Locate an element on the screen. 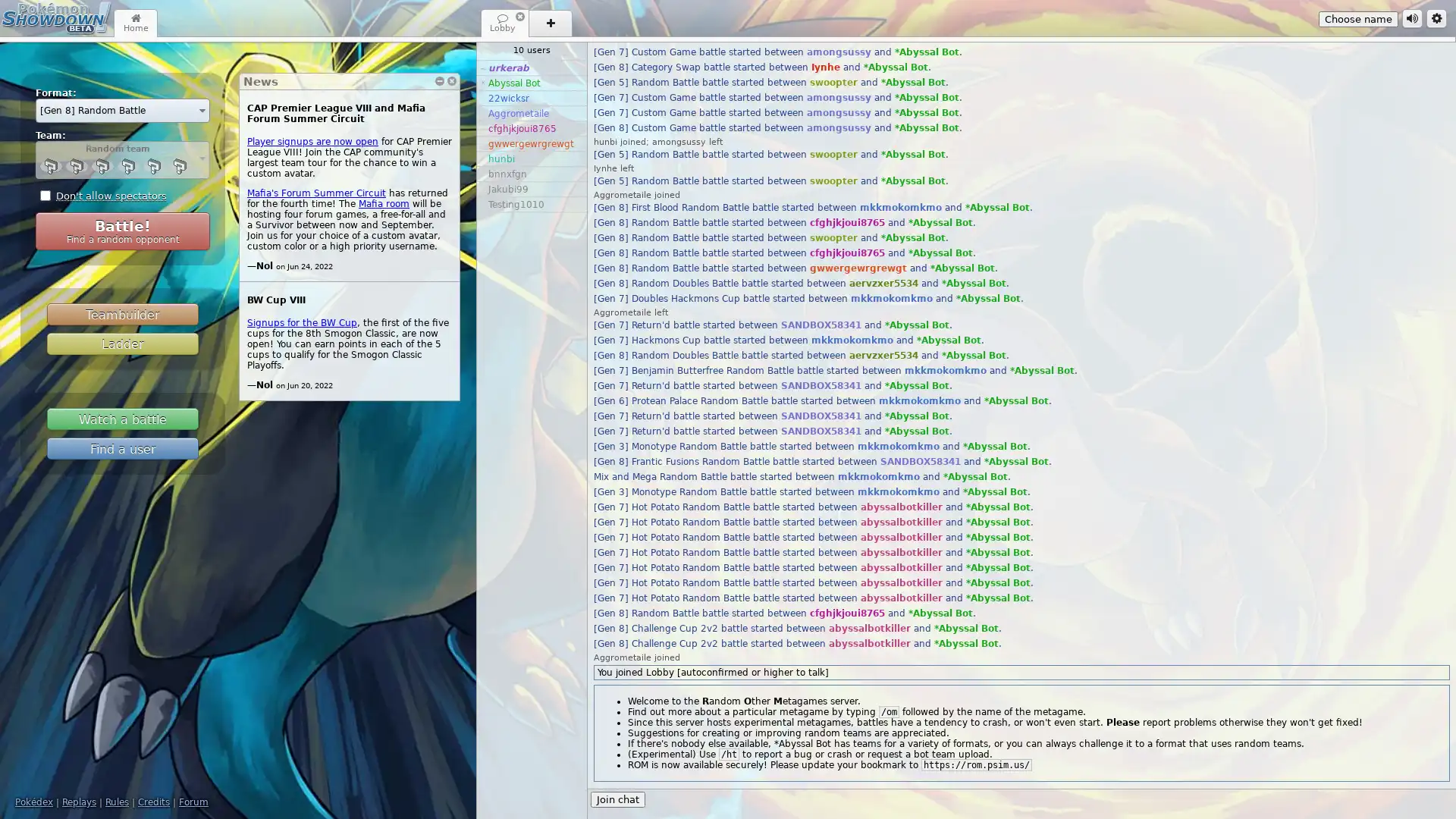  Aggrometaile is located at coordinates (532, 112).